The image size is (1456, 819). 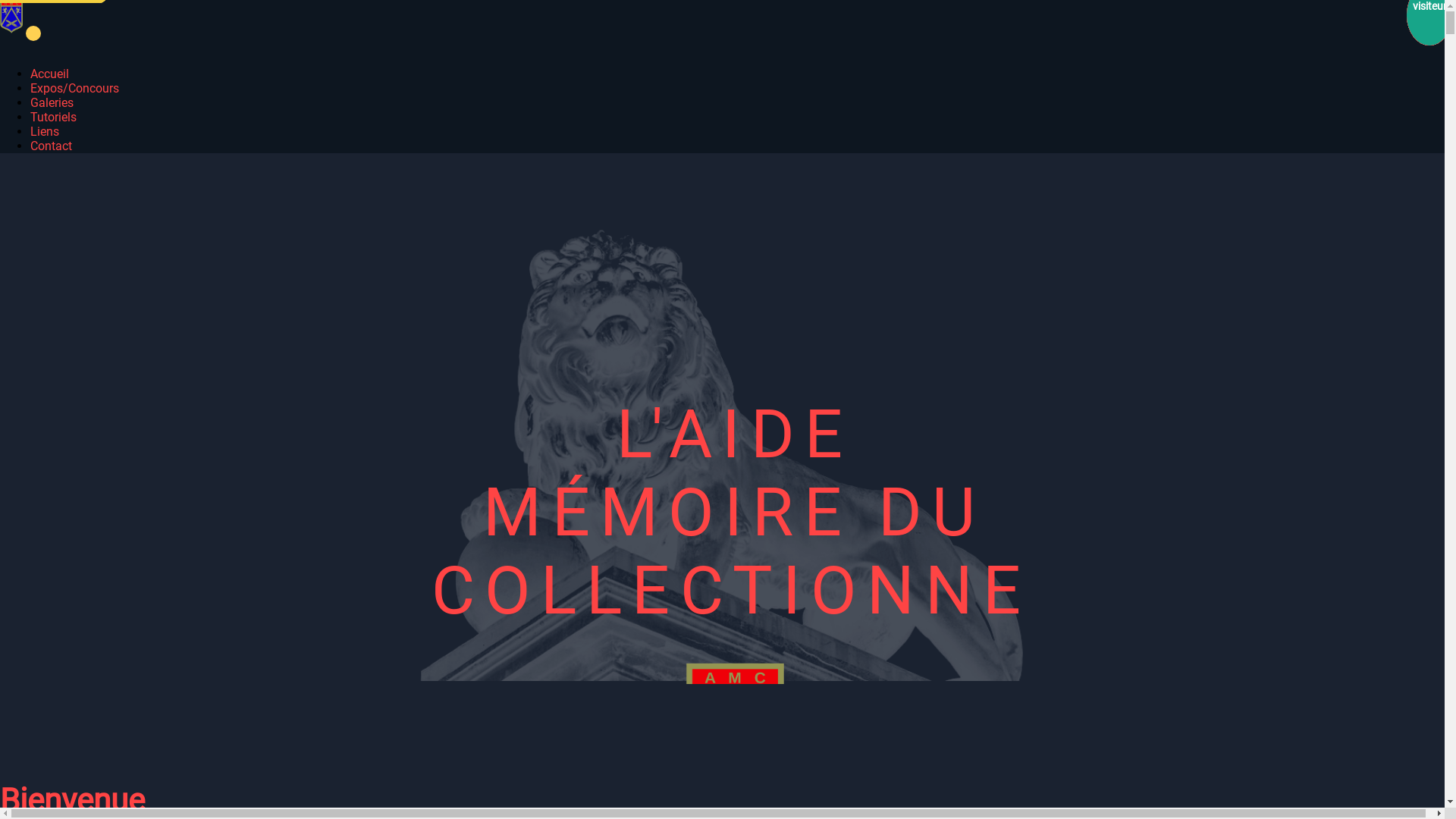 I want to click on 'Expos/Concours', so click(x=74, y=88).